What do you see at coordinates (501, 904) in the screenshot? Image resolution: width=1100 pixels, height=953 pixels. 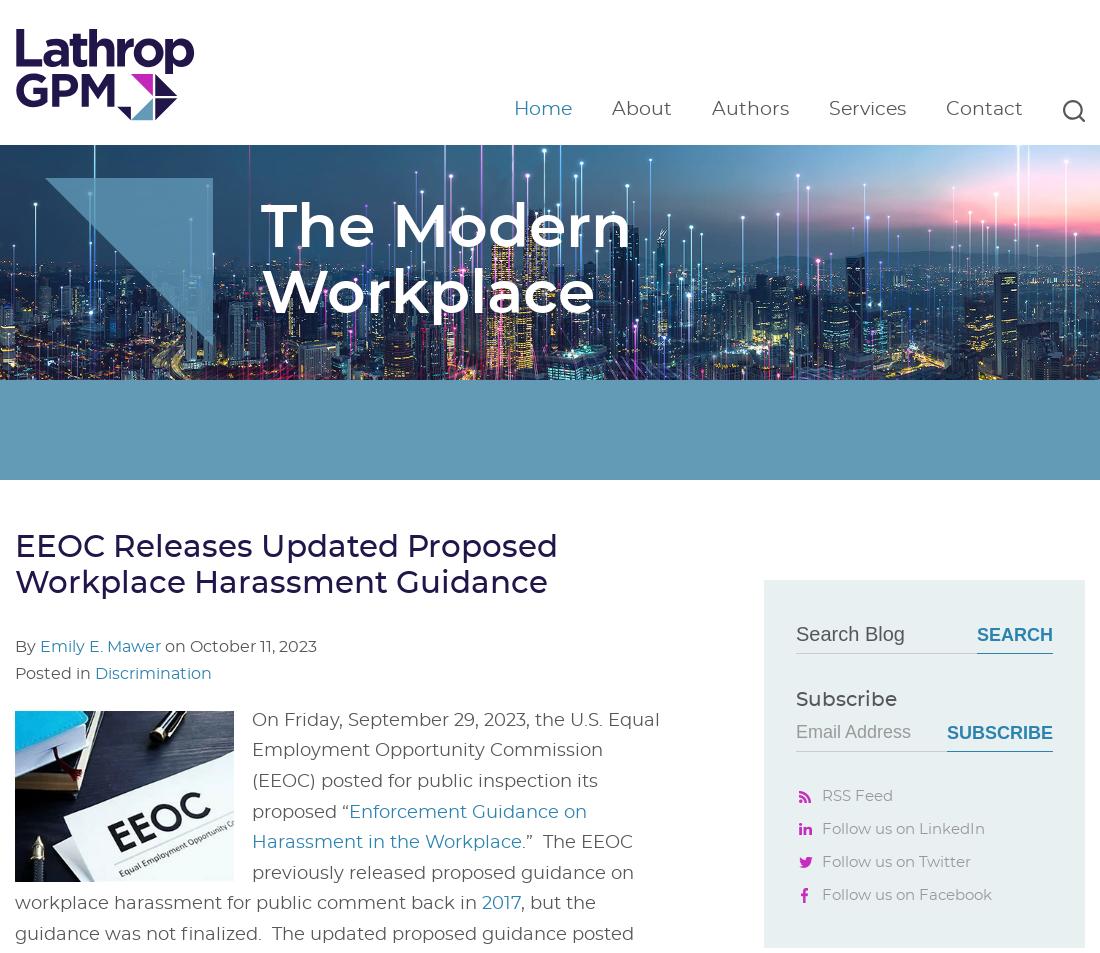 I see `'2017'` at bounding box center [501, 904].